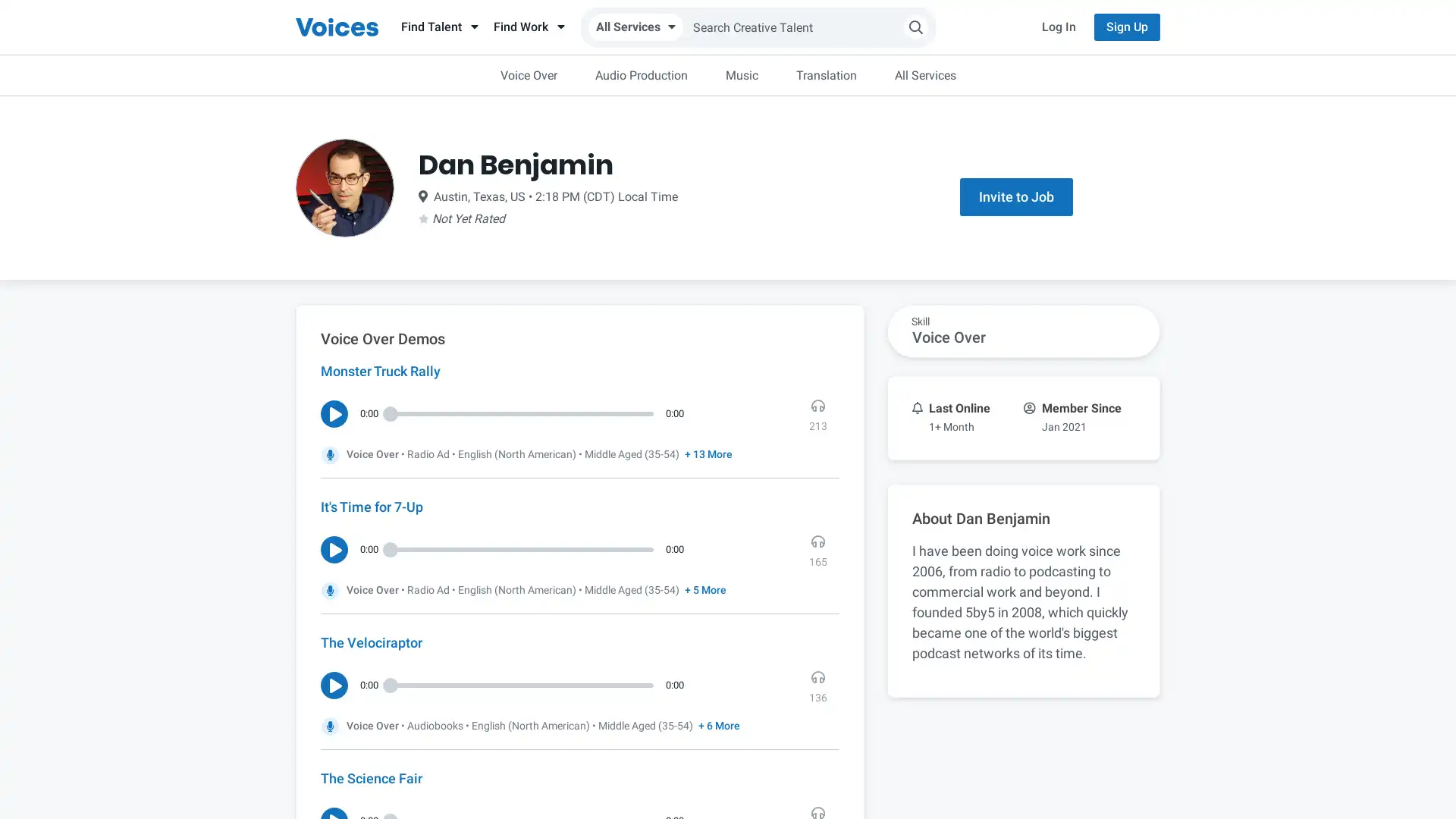  Describe the element at coordinates (927, 74) in the screenshot. I see `Clear` at that location.